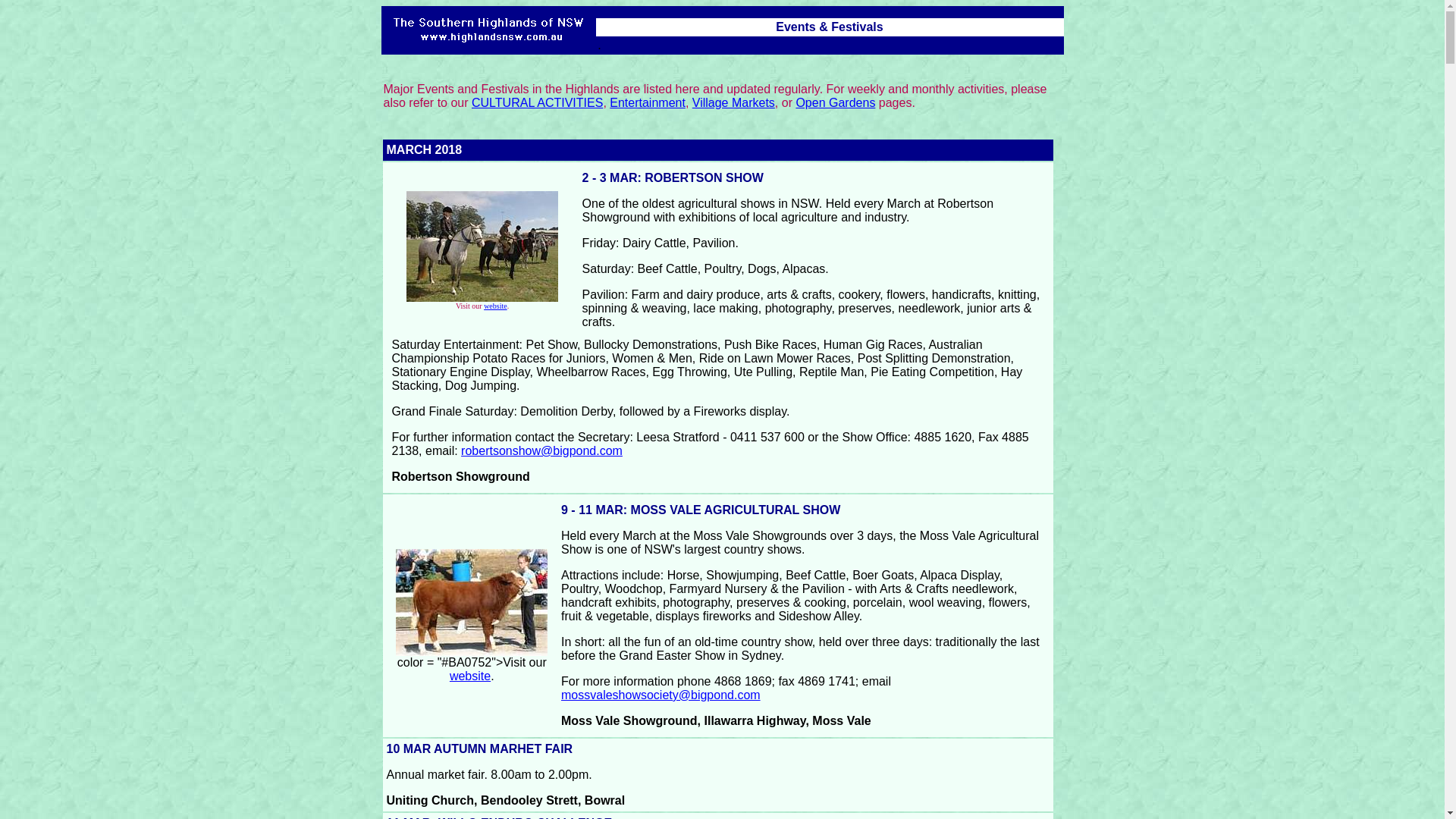 This screenshot has width=1456, height=819. What do you see at coordinates (541, 450) in the screenshot?
I see `'robertsonshow@bigpond.com'` at bounding box center [541, 450].